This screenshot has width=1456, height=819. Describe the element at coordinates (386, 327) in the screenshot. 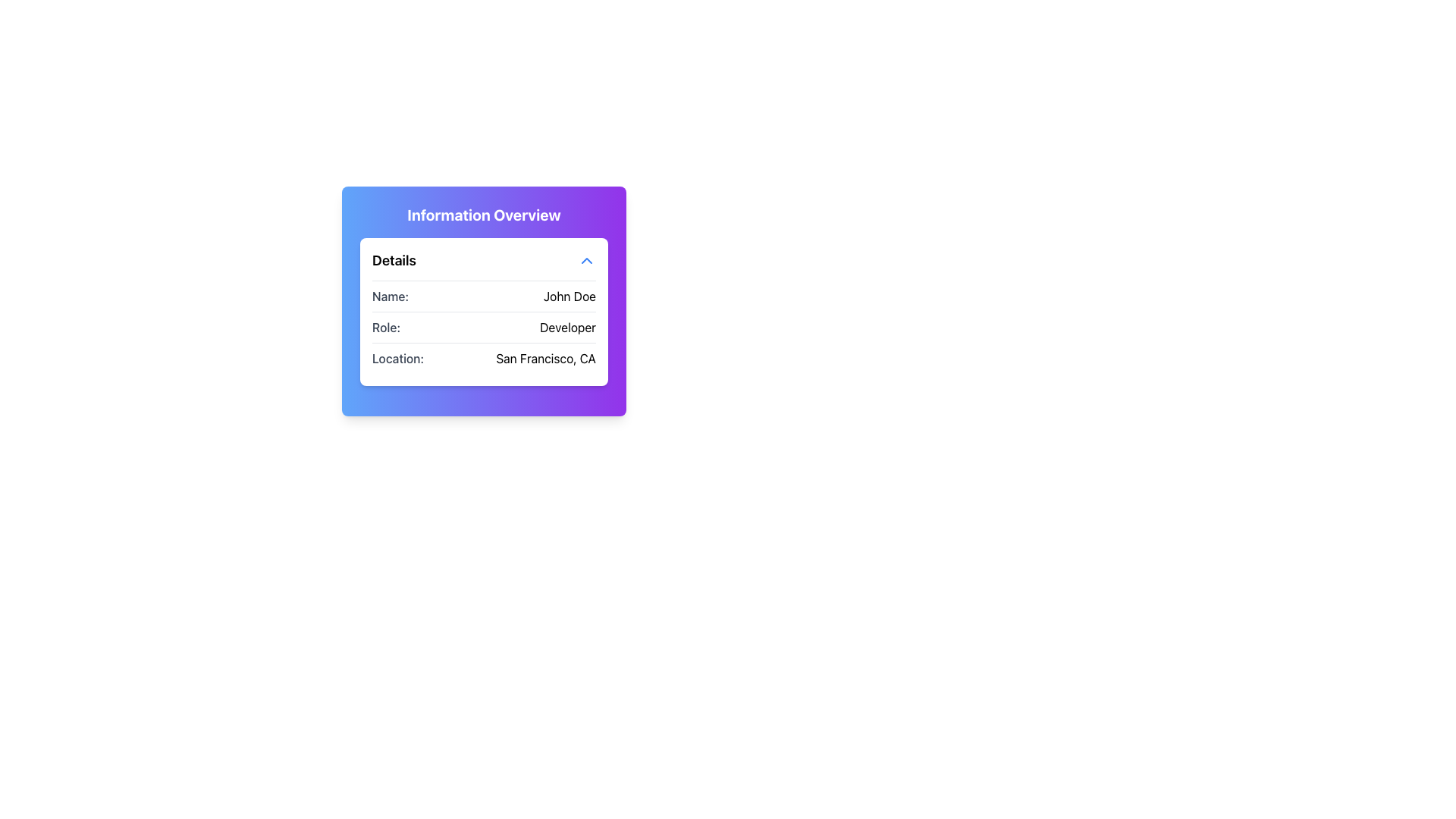

I see `the text label reading 'Role:' which is the leftmost text in the second row of a structured information card with a gradient blue-to-purple background` at that location.